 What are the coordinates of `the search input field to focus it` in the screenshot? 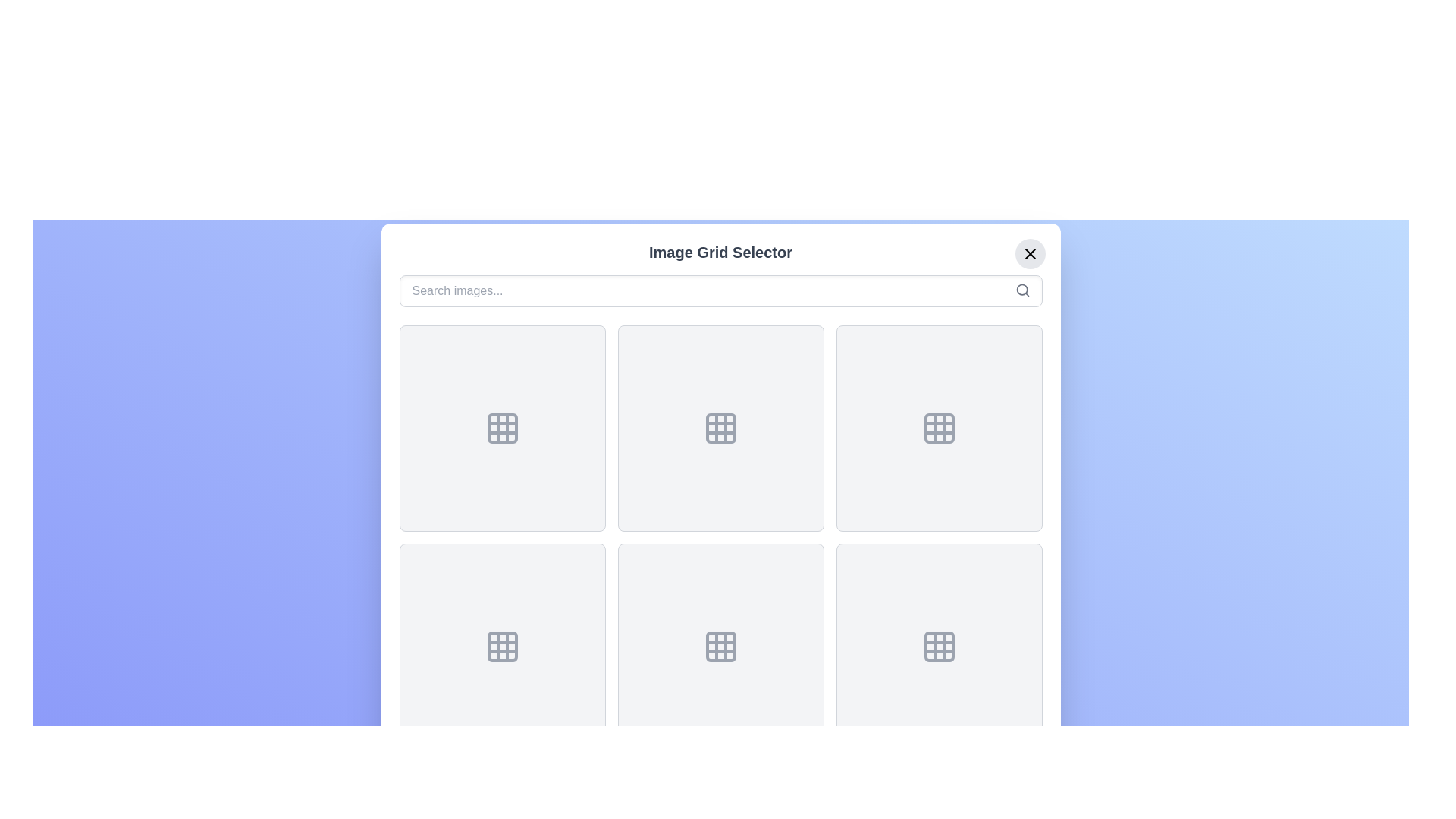 It's located at (720, 291).